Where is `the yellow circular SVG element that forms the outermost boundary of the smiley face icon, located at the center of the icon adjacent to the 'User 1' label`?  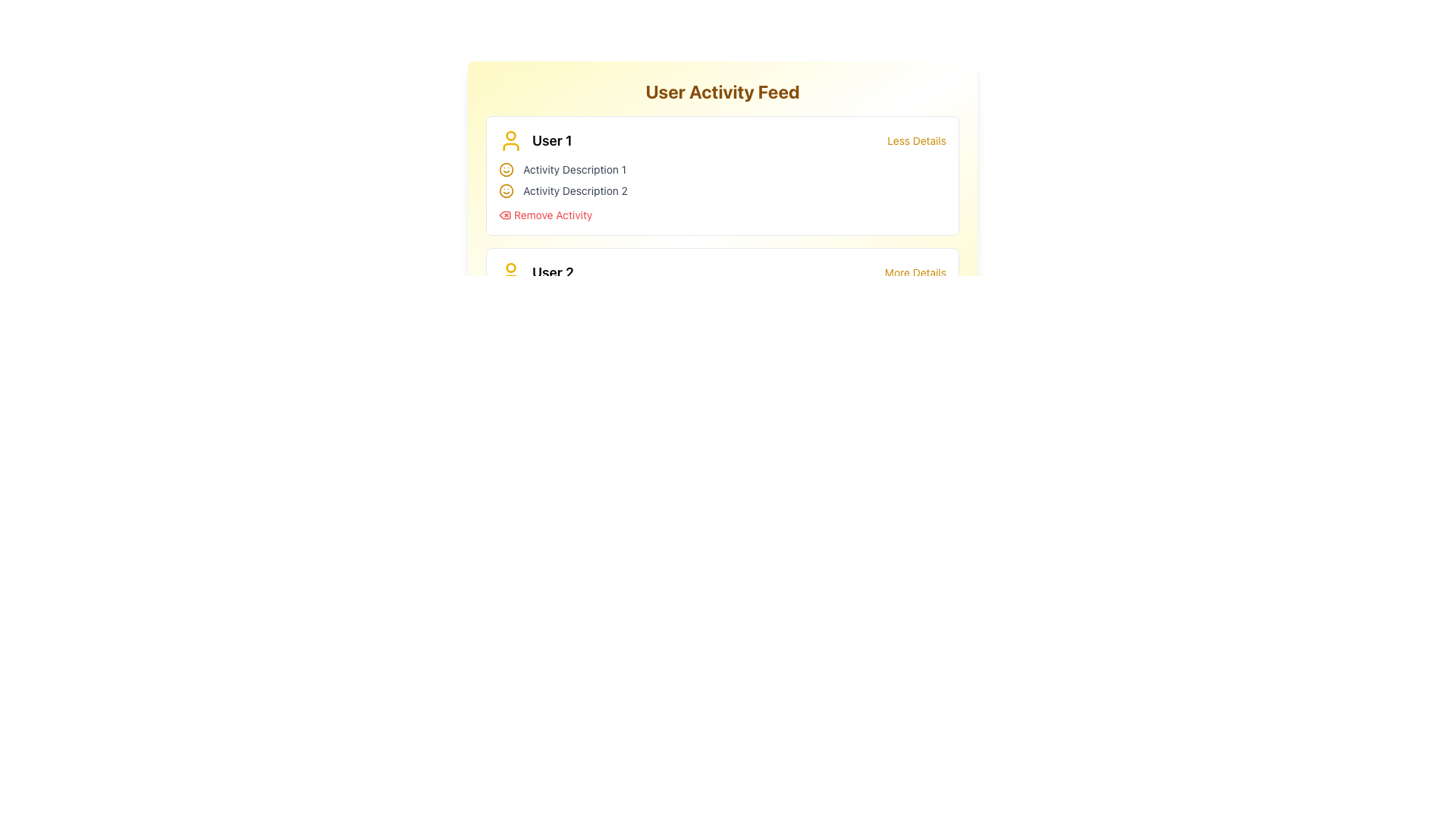 the yellow circular SVG element that forms the outermost boundary of the smiley face icon, located at the center of the icon adjacent to the 'User 1' label is located at coordinates (506, 190).